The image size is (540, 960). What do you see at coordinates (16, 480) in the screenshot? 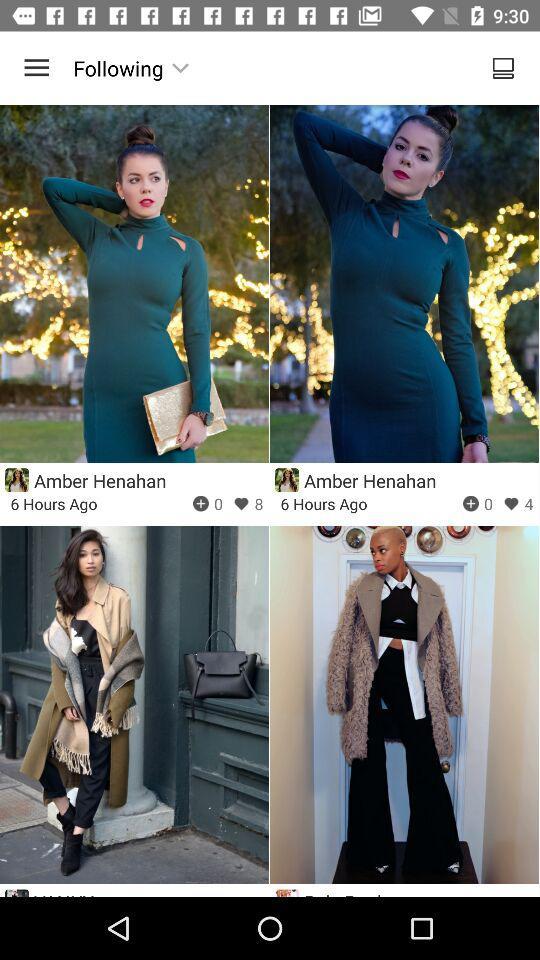
I see `user 's profile` at bounding box center [16, 480].